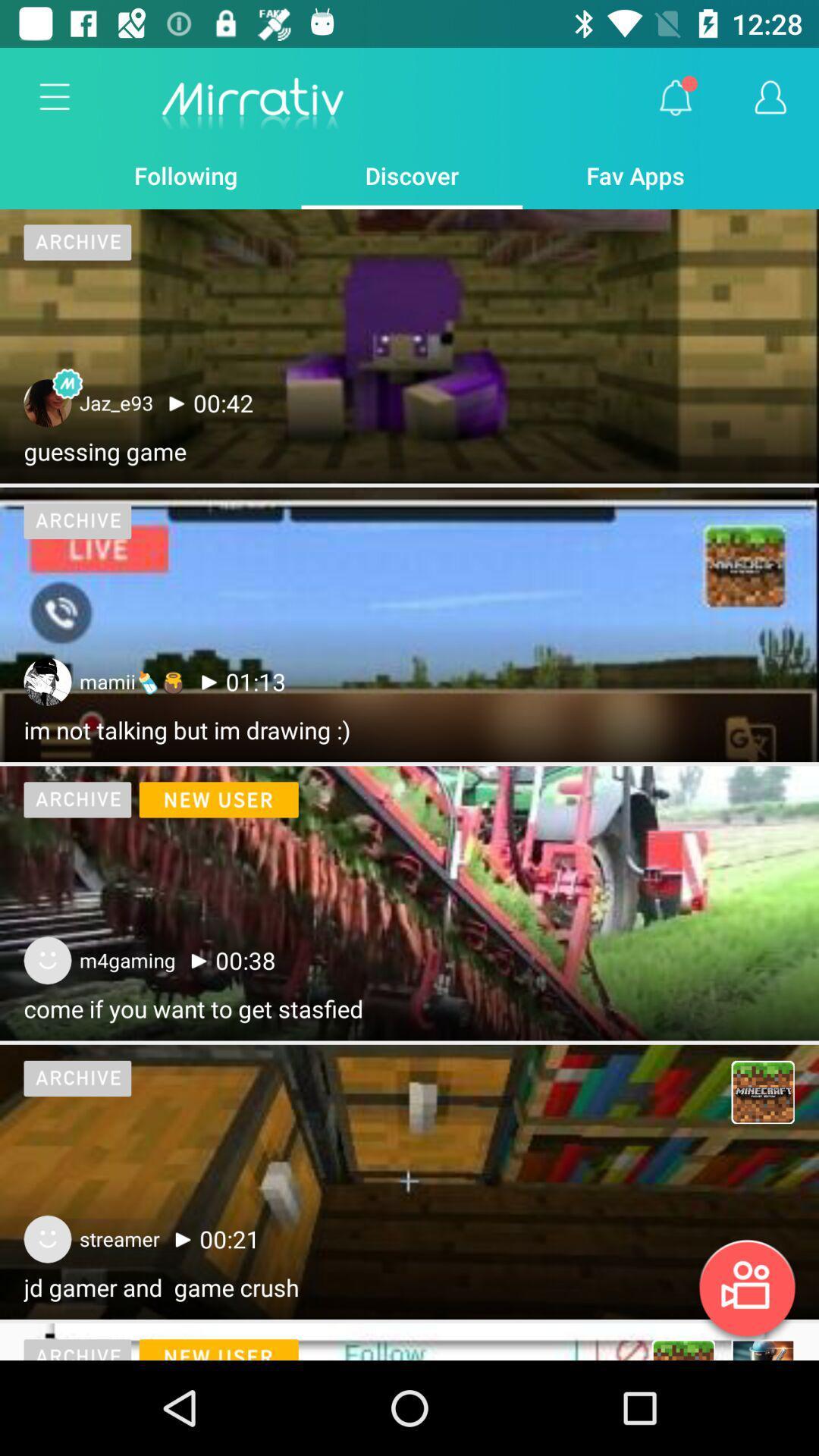  I want to click on the item above the fav apps app, so click(675, 97).